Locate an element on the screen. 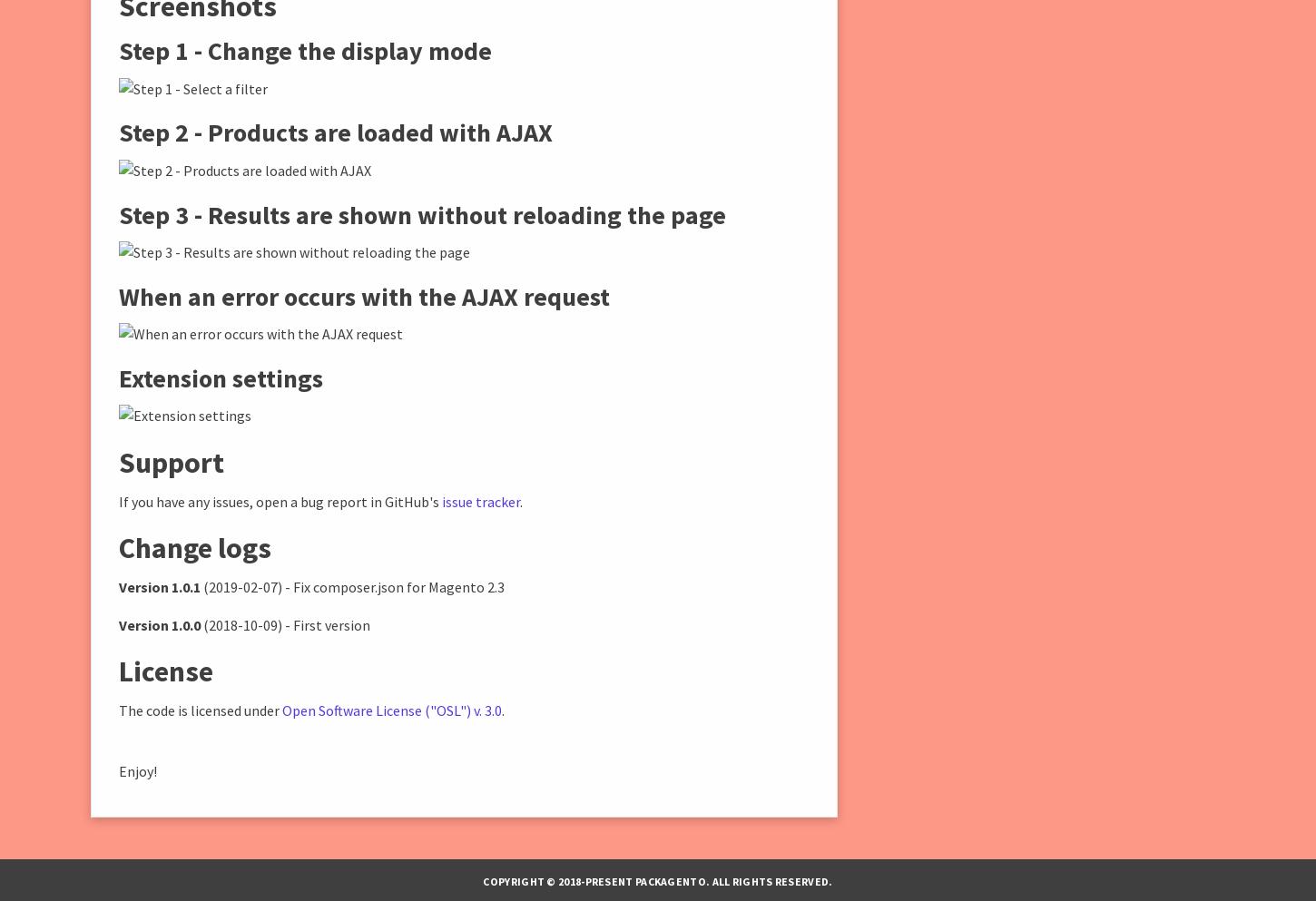 This screenshot has height=901, width=1316. 'Version 1.0.1' is located at coordinates (117, 585).